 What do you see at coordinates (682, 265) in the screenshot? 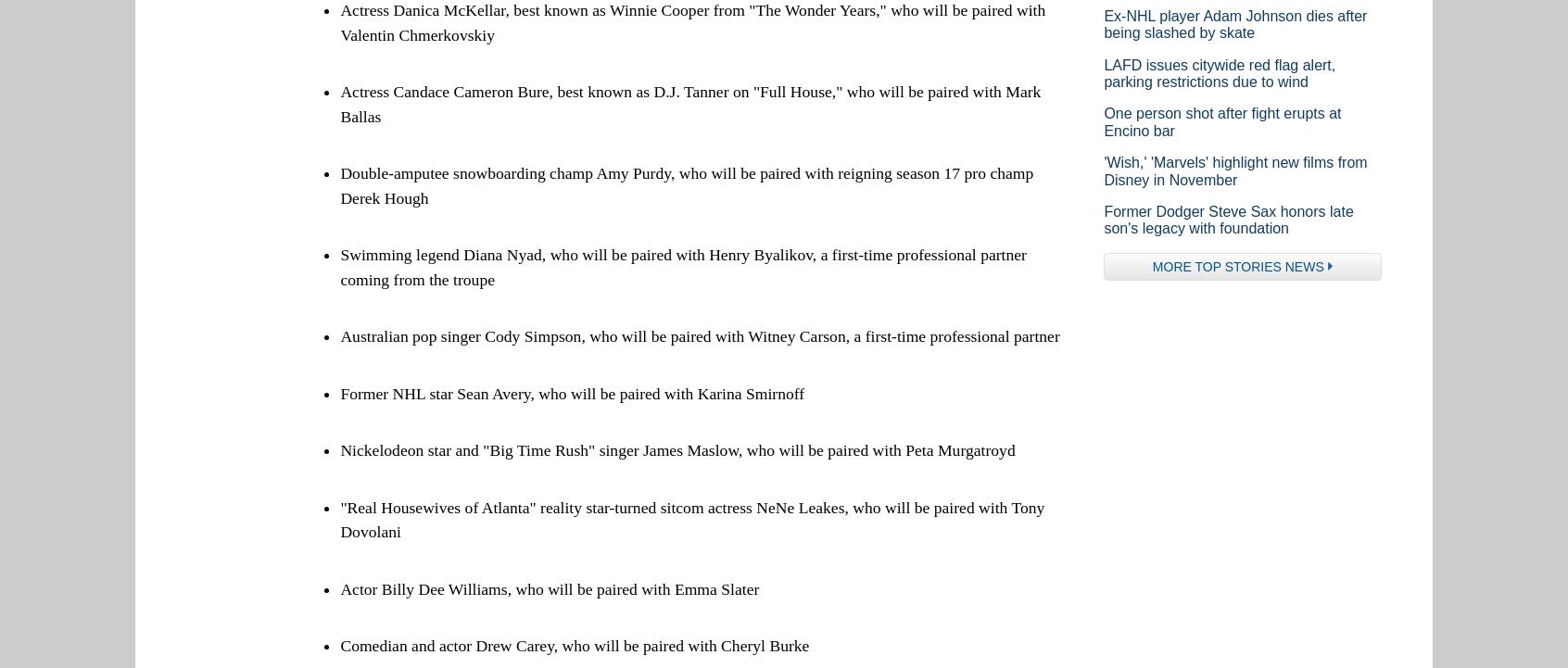
I see `'Swimming legend Diana Nyad, who will be paired with Henry Byalikov, a first-time professional partner coming from the troupe'` at bounding box center [682, 265].